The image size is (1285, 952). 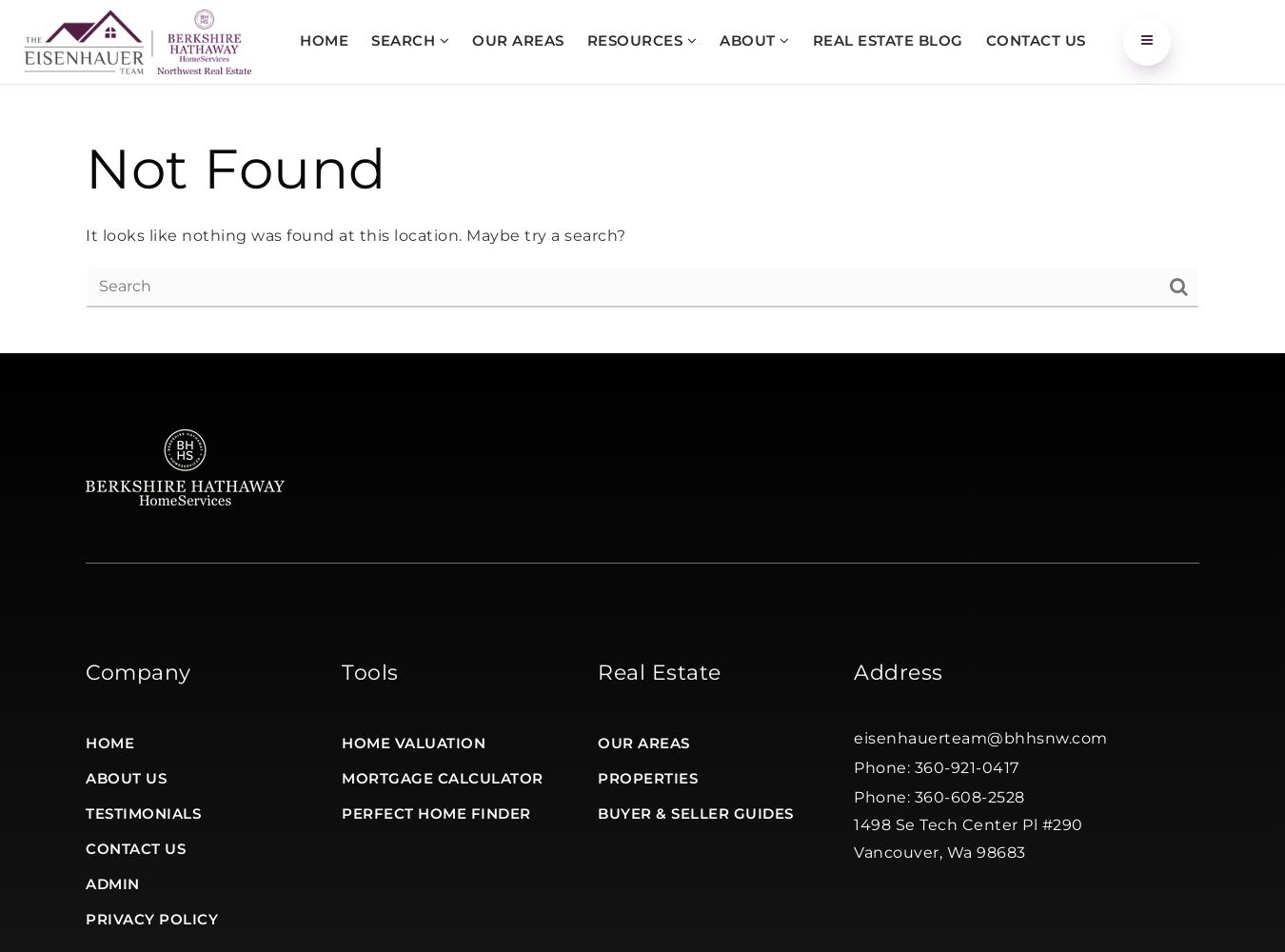 What do you see at coordinates (586, 39) in the screenshot?
I see `'Resources'` at bounding box center [586, 39].